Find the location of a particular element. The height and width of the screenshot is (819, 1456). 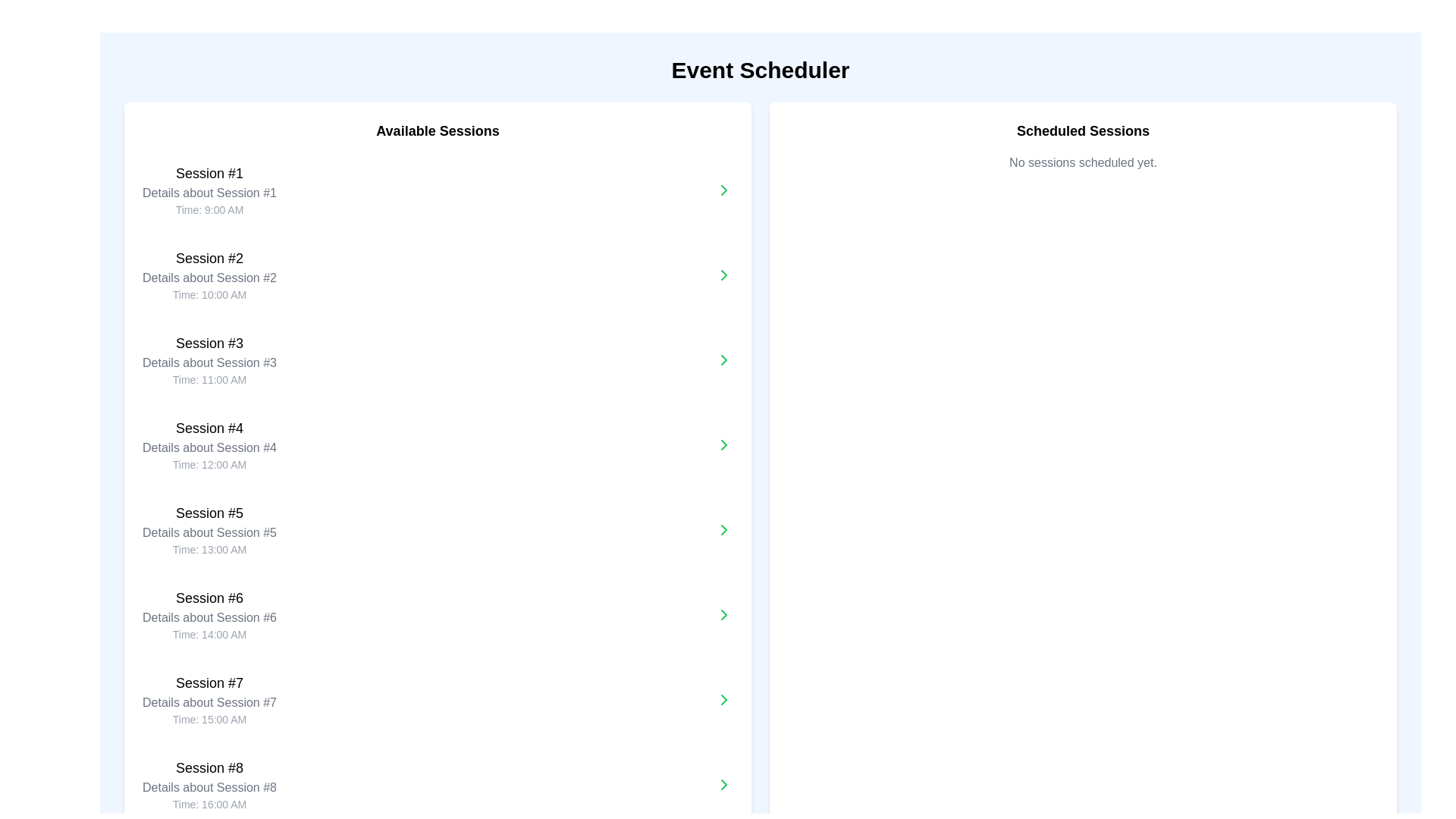

the chevron-right arrow icon with a green outline located next to 'Session #4' in the 'Available Sessions' section to proceed to the session's details is located at coordinates (723, 444).